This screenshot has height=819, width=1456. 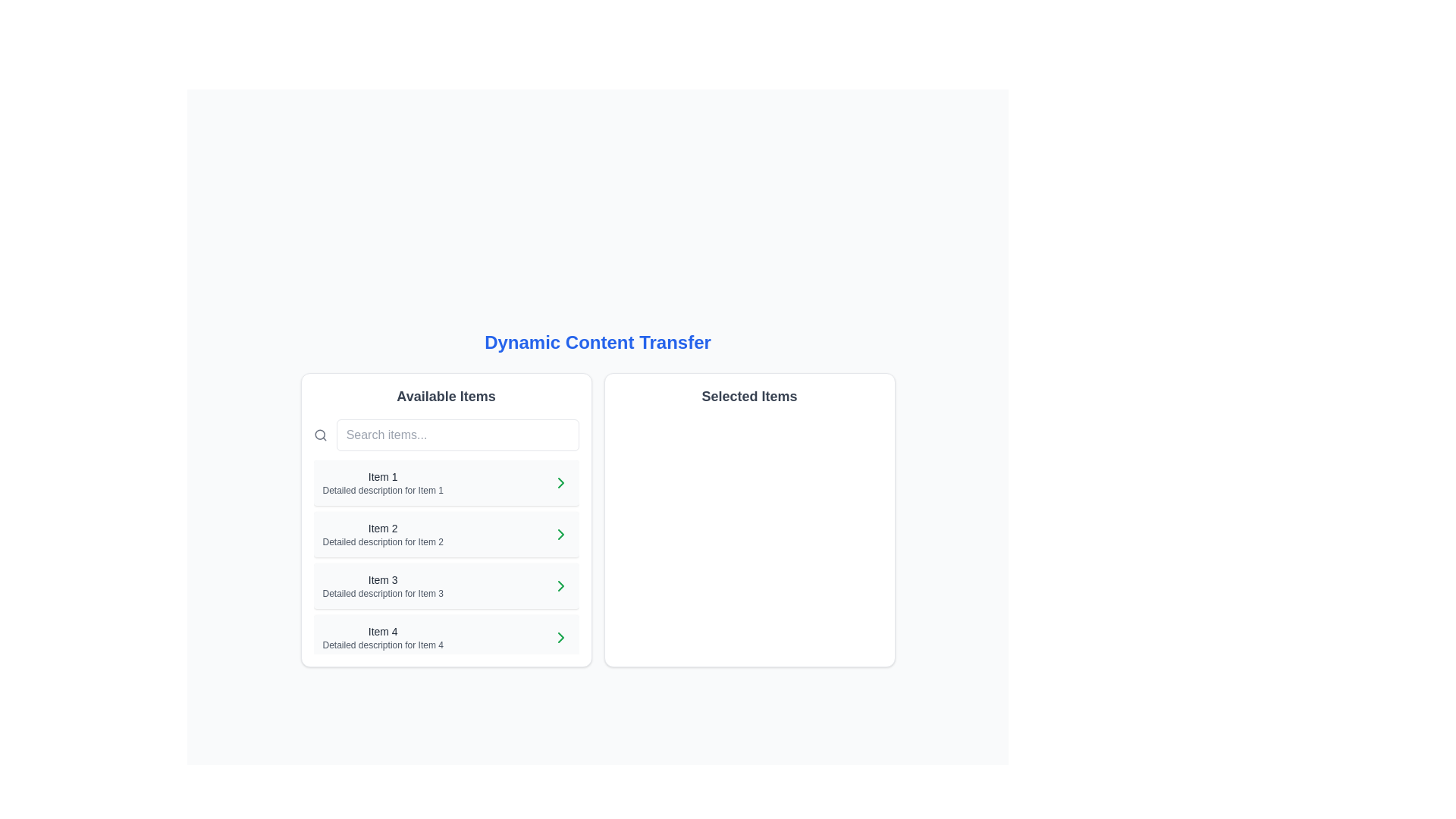 I want to click on displayed information from the Text Display Area containing the title 'Item 2' and its description in the Available Items list, so click(x=383, y=534).